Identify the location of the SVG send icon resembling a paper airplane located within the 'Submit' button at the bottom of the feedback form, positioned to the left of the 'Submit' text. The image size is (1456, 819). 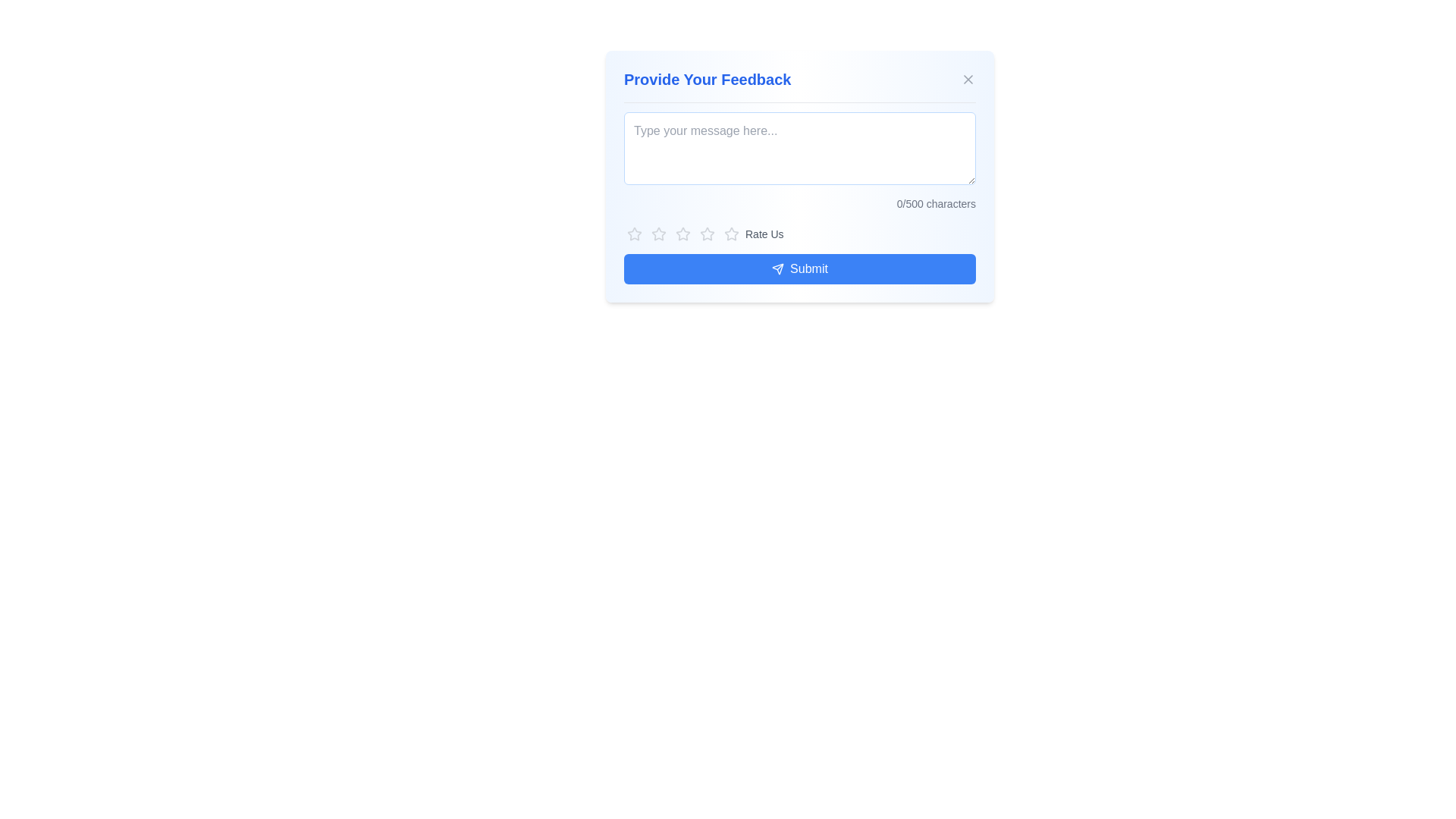
(778, 268).